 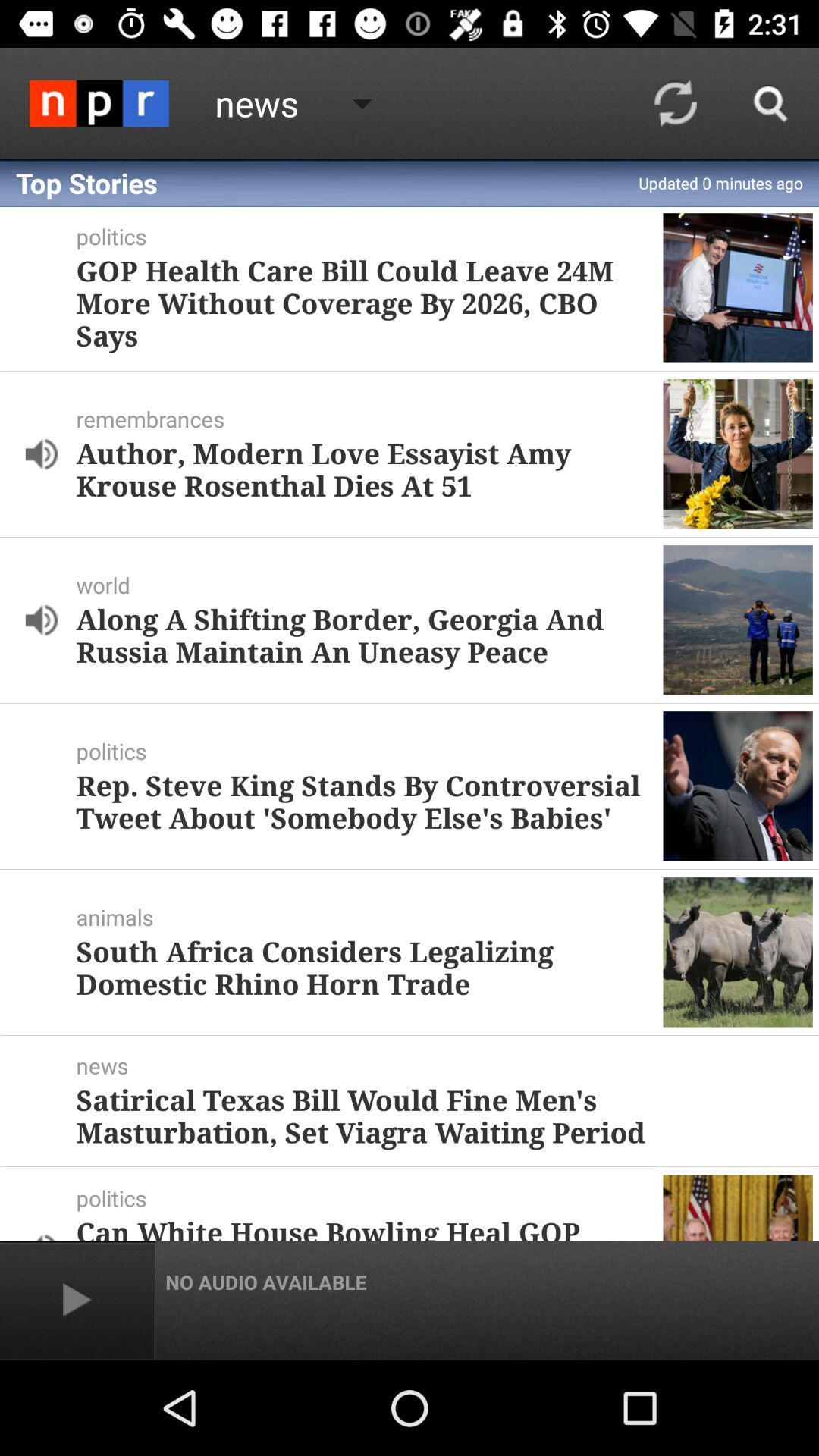 What do you see at coordinates (771, 103) in the screenshot?
I see `the search icon shown at the top right corner of the page` at bounding box center [771, 103].